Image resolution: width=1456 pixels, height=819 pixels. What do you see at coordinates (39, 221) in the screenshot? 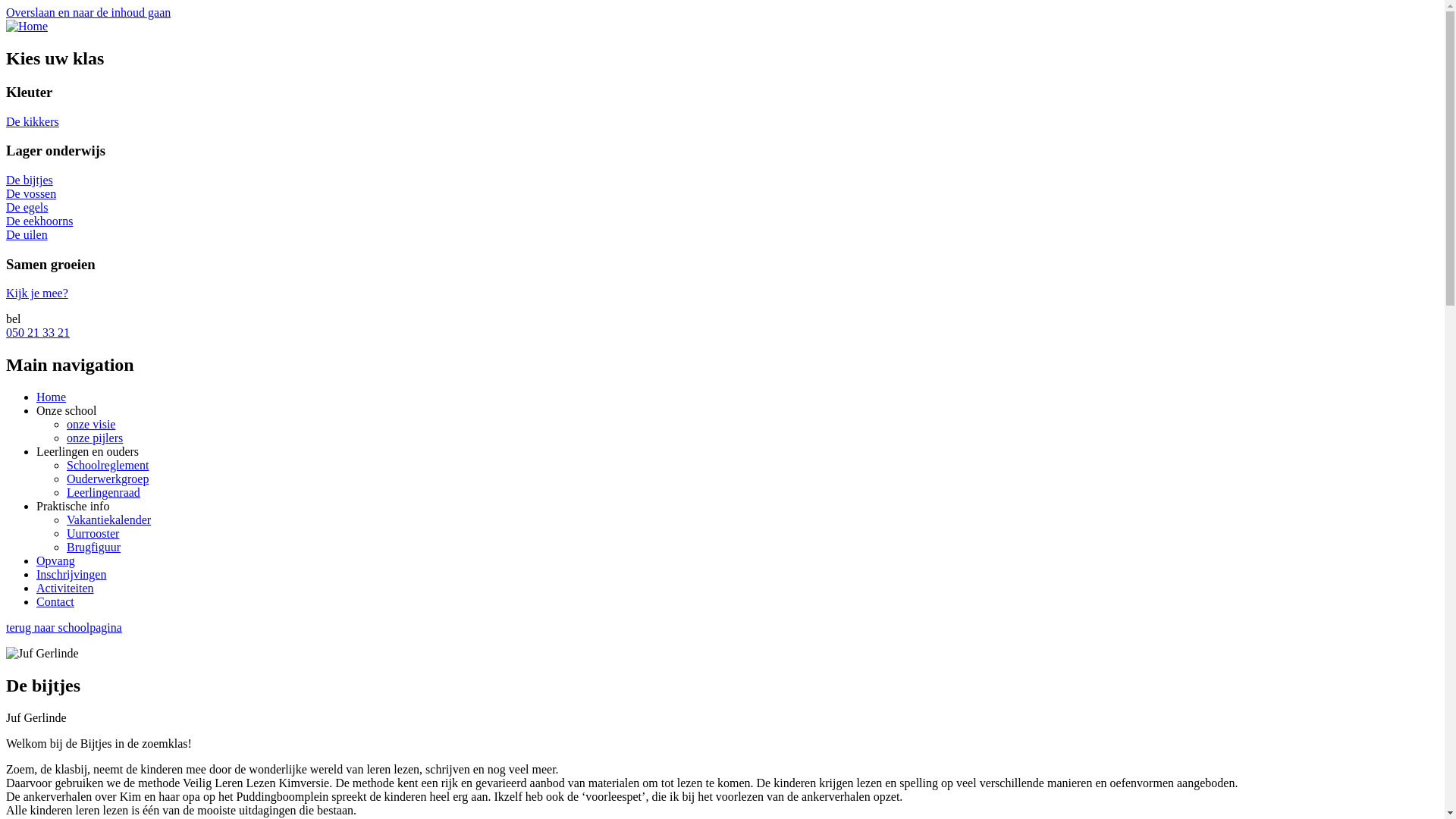
I see `'De eekhoorns'` at bounding box center [39, 221].